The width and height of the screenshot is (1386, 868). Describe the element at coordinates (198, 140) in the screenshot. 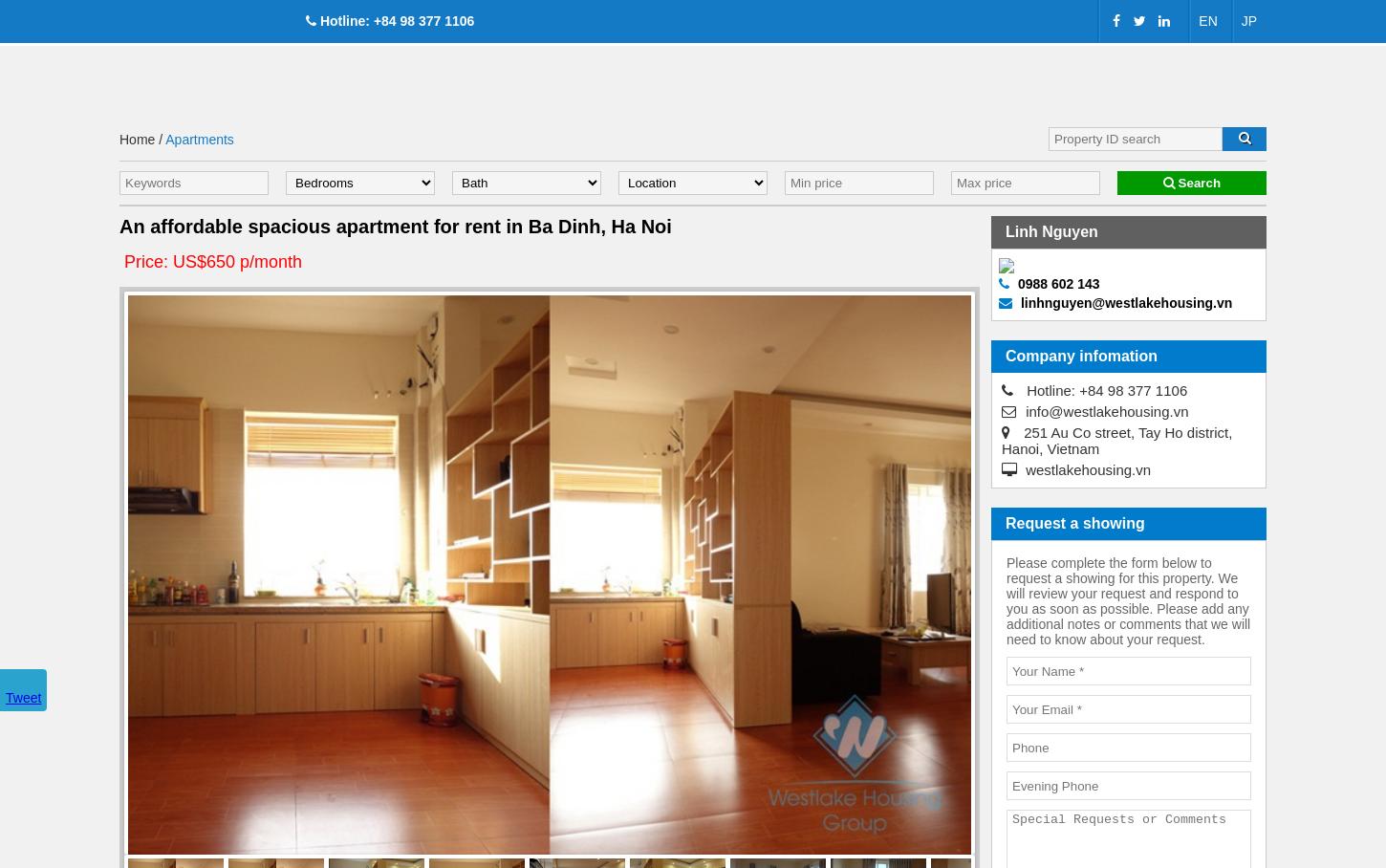

I see `'Apartments'` at that location.